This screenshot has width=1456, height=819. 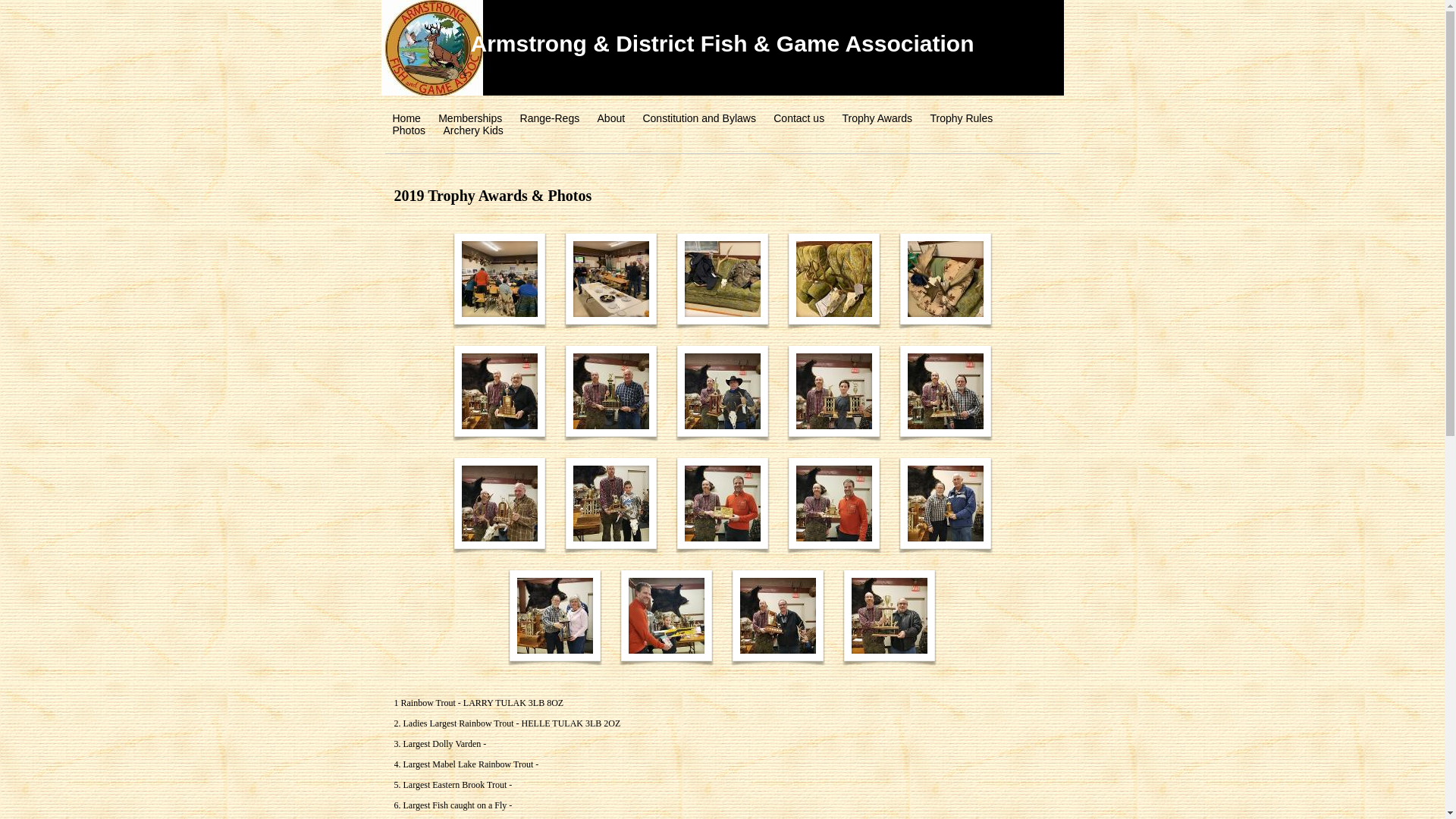 I want to click on 'Range-Regs', so click(x=520, y=117).